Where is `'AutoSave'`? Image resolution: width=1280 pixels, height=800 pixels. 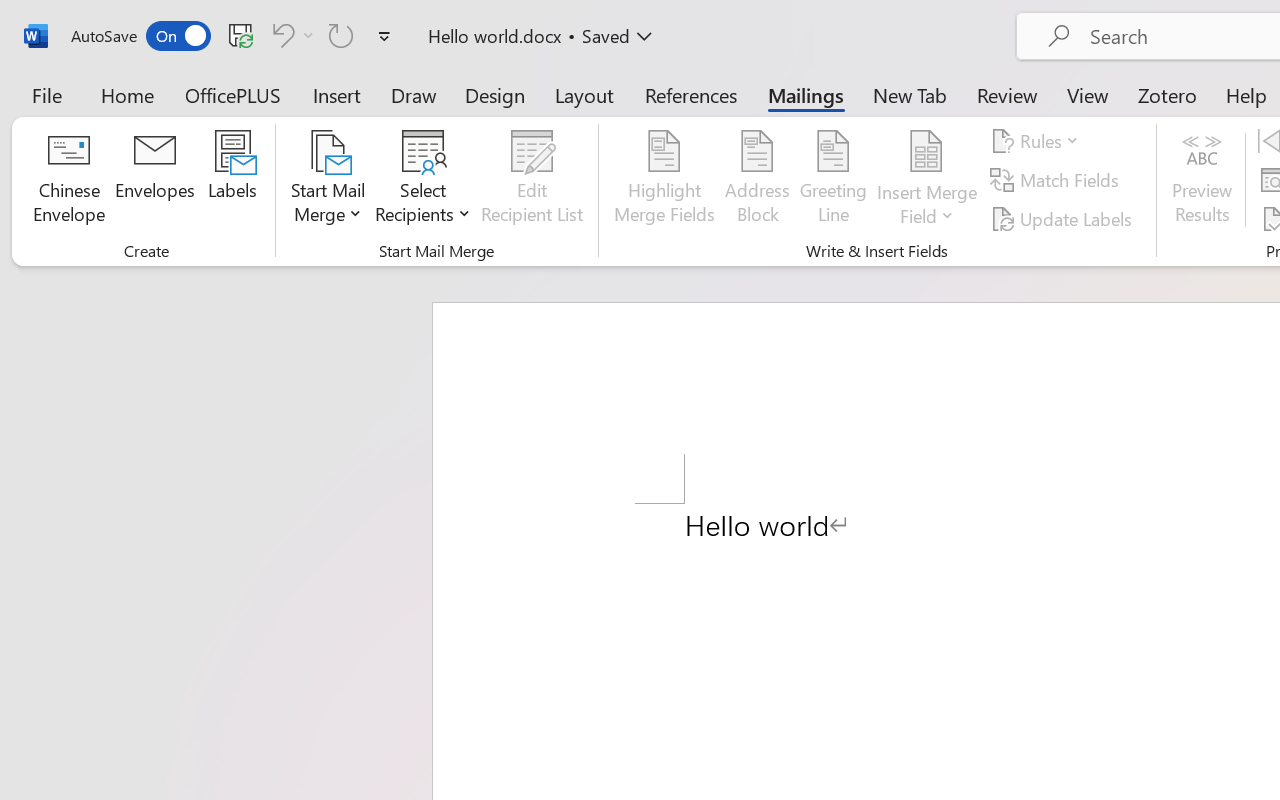 'AutoSave' is located at coordinates (139, 35).